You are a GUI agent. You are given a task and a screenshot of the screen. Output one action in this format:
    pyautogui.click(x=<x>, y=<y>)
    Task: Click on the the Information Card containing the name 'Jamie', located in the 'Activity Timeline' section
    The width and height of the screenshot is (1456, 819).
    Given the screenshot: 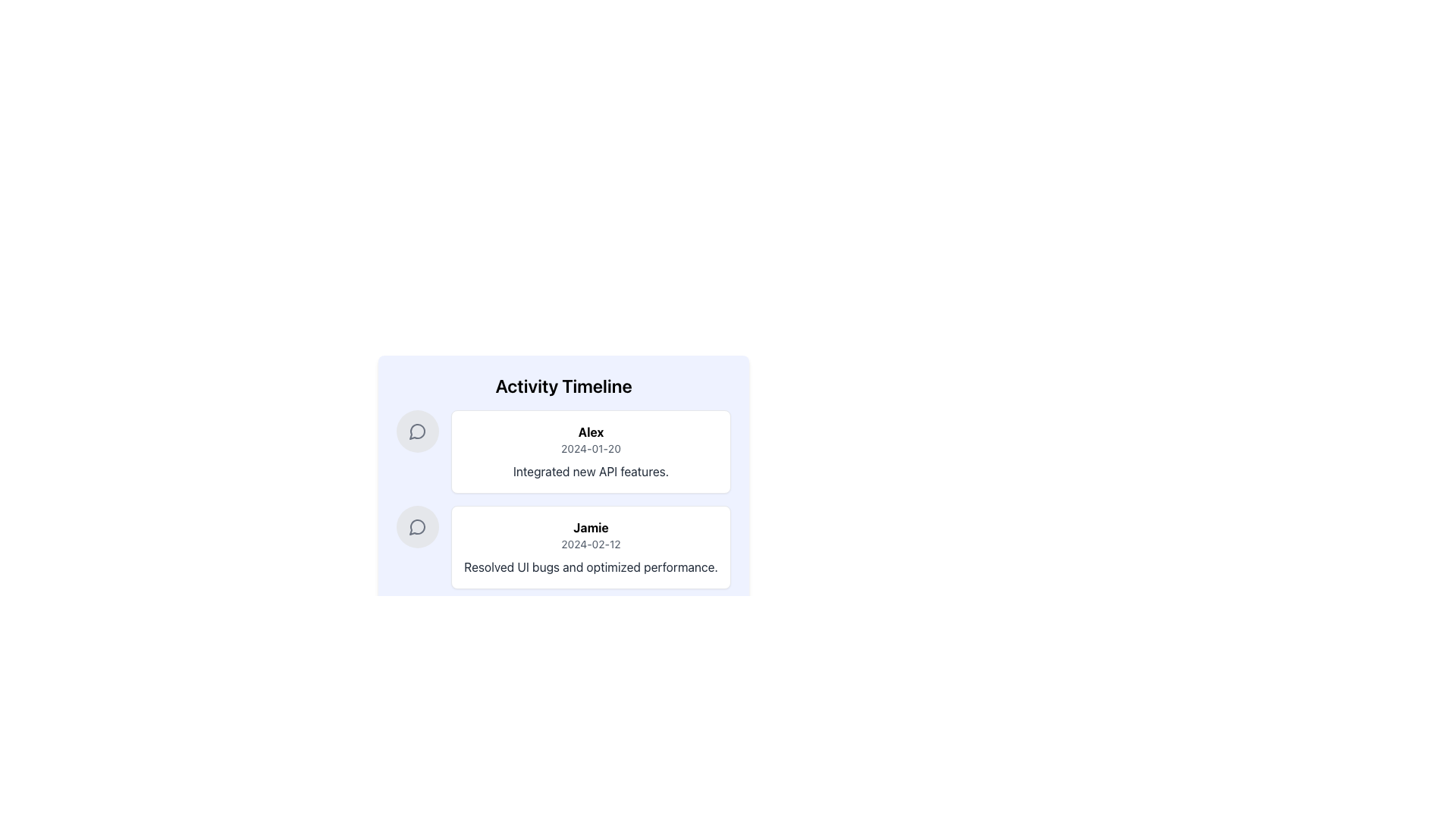 What is the action you would take?
    pyautogui.click(x=590, y=547)
    